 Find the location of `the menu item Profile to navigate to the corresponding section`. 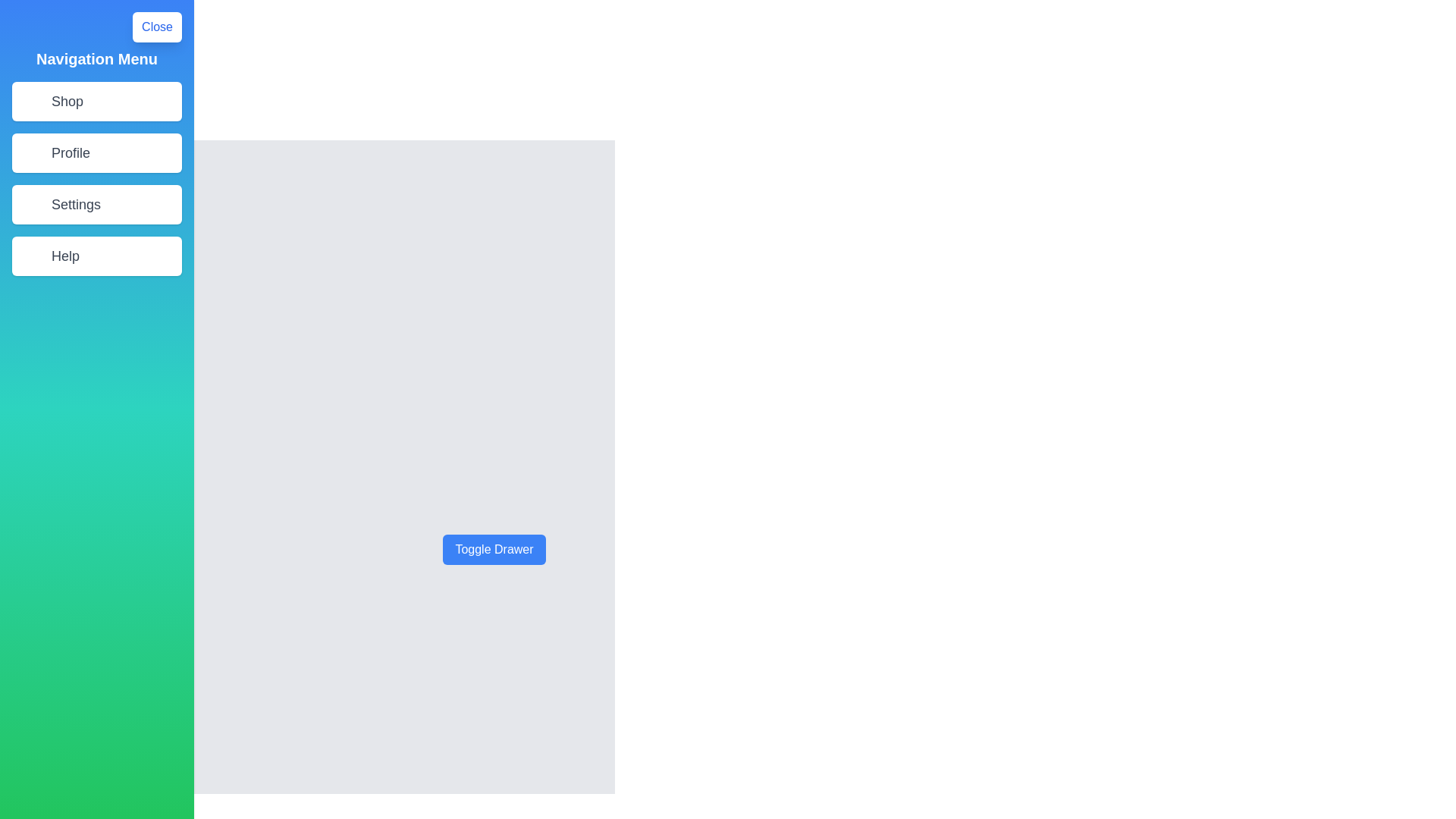

the menu item Profile to navigate to the corresponding section is located at coordinates (96, 152).